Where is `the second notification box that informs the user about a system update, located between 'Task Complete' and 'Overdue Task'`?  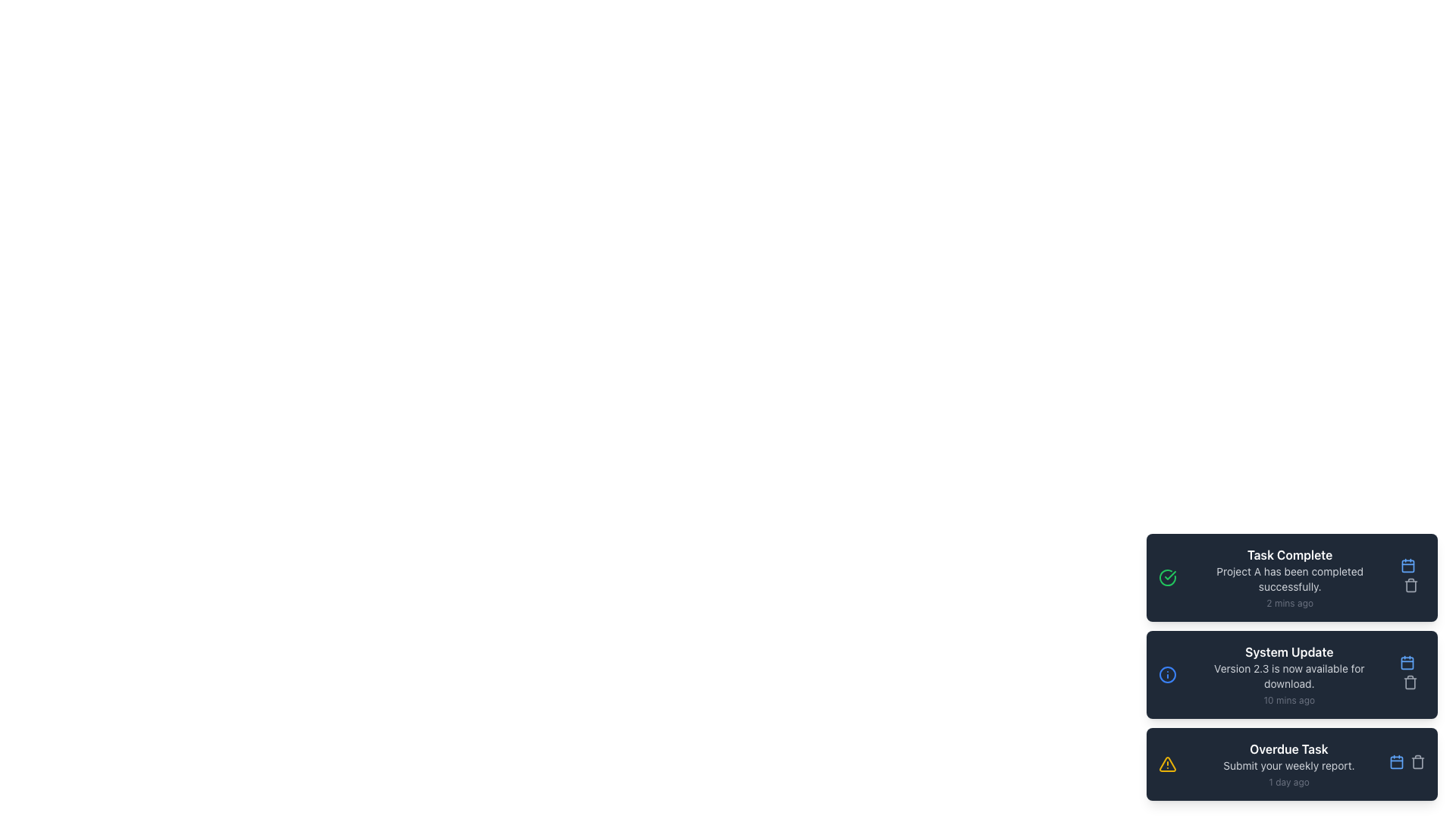 the second notification box that informs the user about a system update, located between 'Task Complete' and 'Overdue Task' is located at coordinates (1288, 674).